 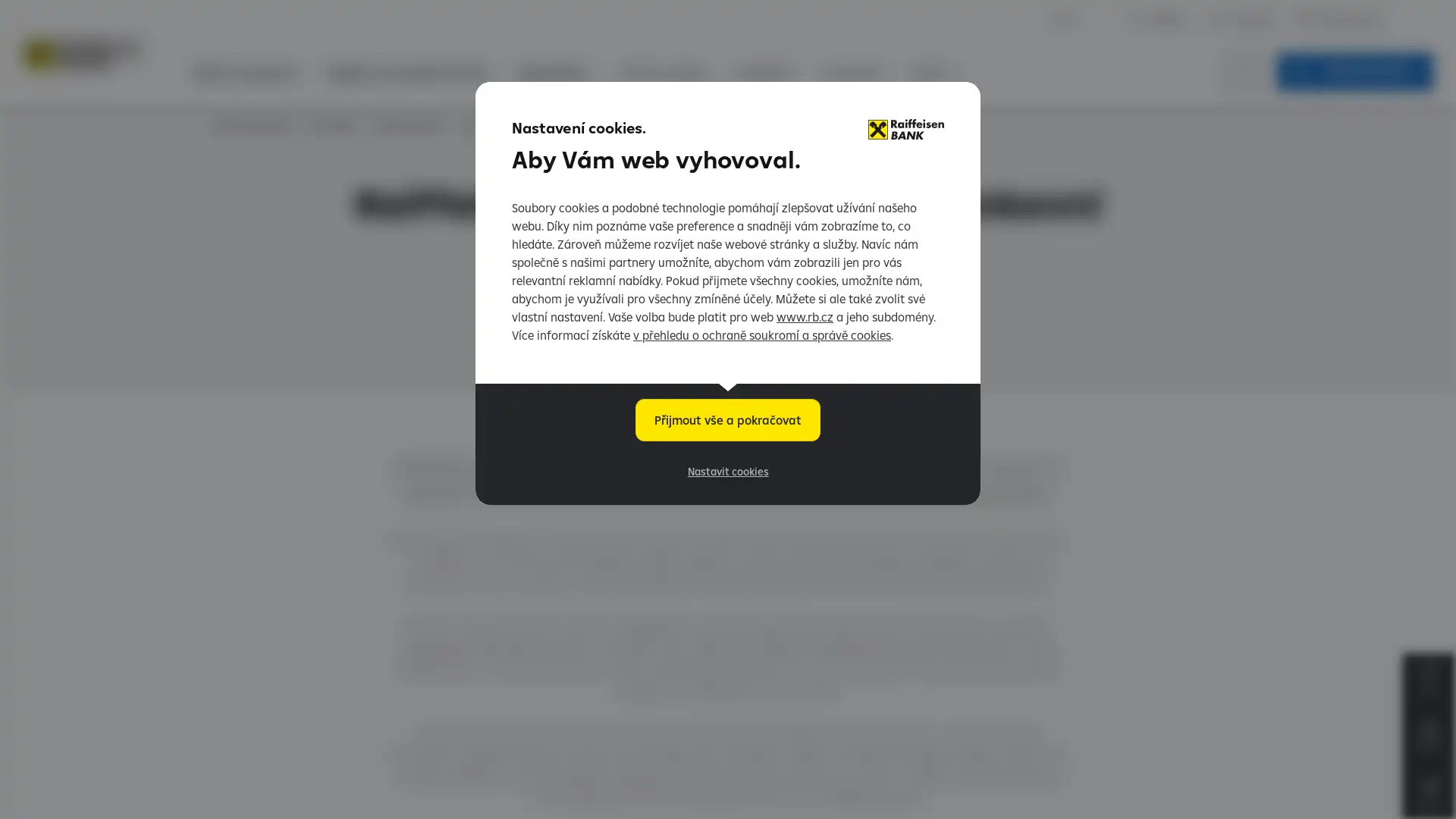 What do you see at coordinates (726, 470) in the screenshot?
I see `Nastavit cookies` at bounding box center [726, 470].